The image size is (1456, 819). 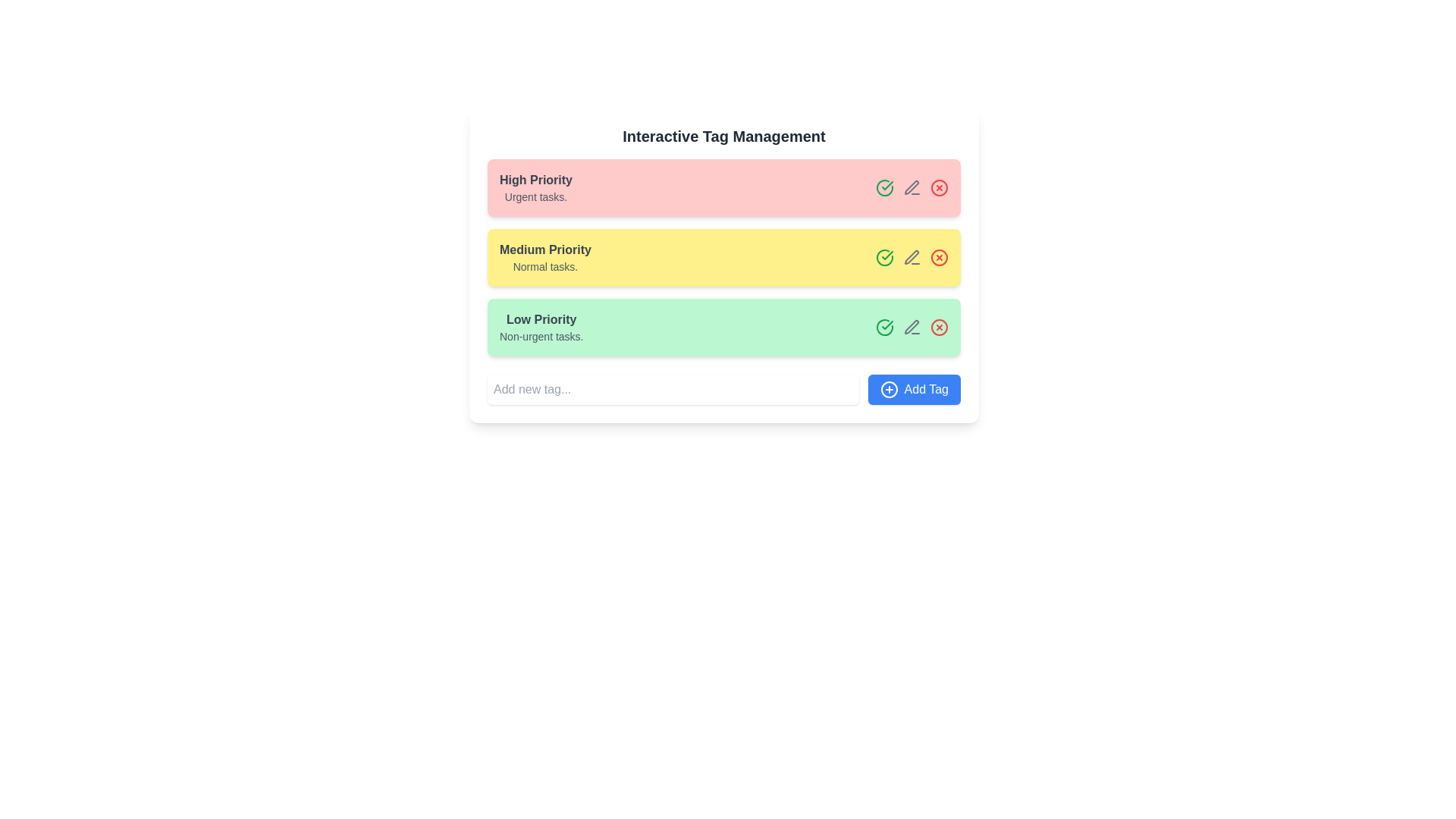 What do you see at coordinates (938, 187) in the screenshot?
I see `the circular red cross icon located as the third icon in the row of interactive icons on the right side of the 'High Priority' bar` at bounding box center [938, 187].